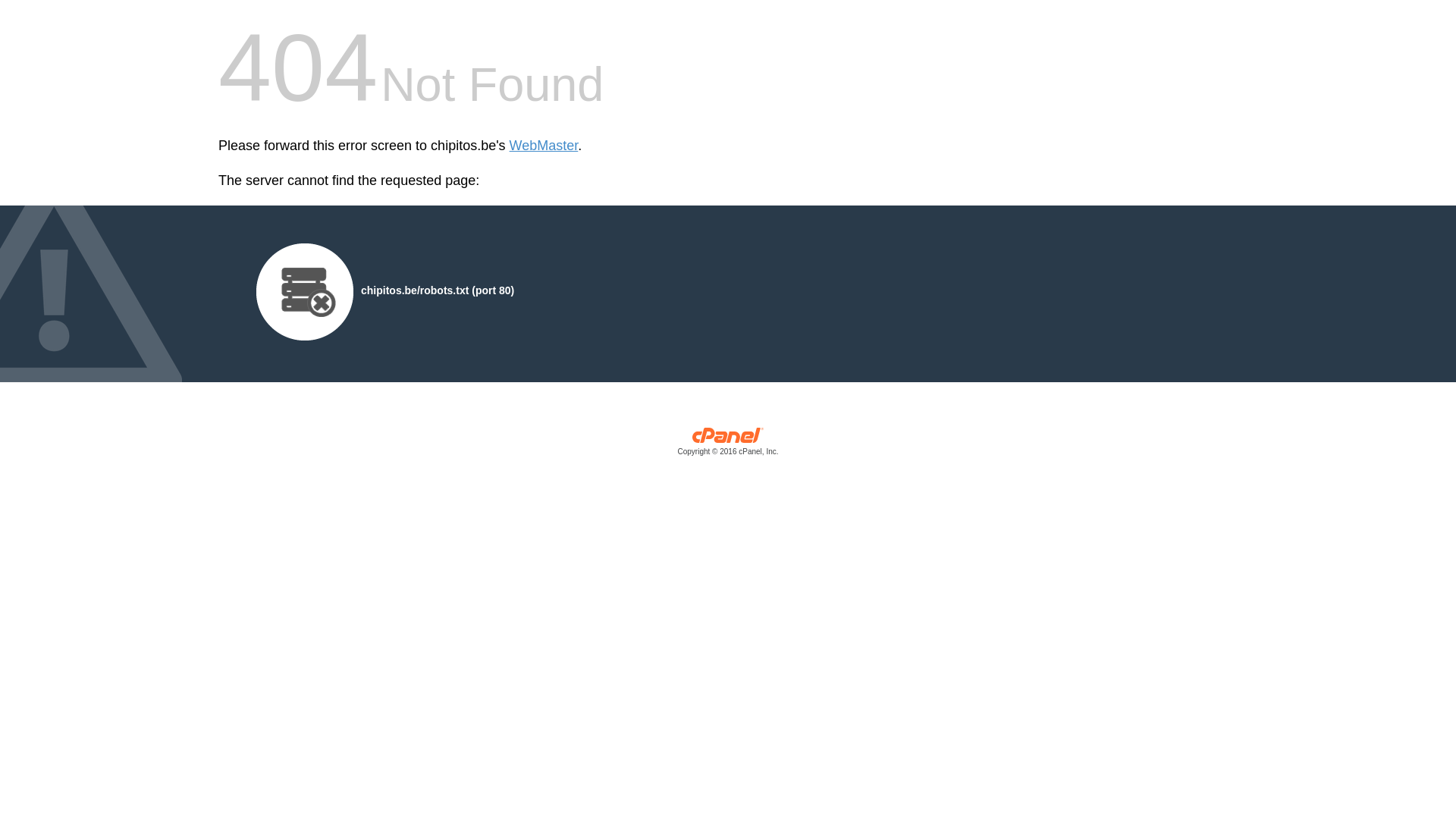 This screenshot has width=1456, height=819. Describe the element at coordinates (544, 146) in the screenshot. I see `'WebMaster'` at that location.